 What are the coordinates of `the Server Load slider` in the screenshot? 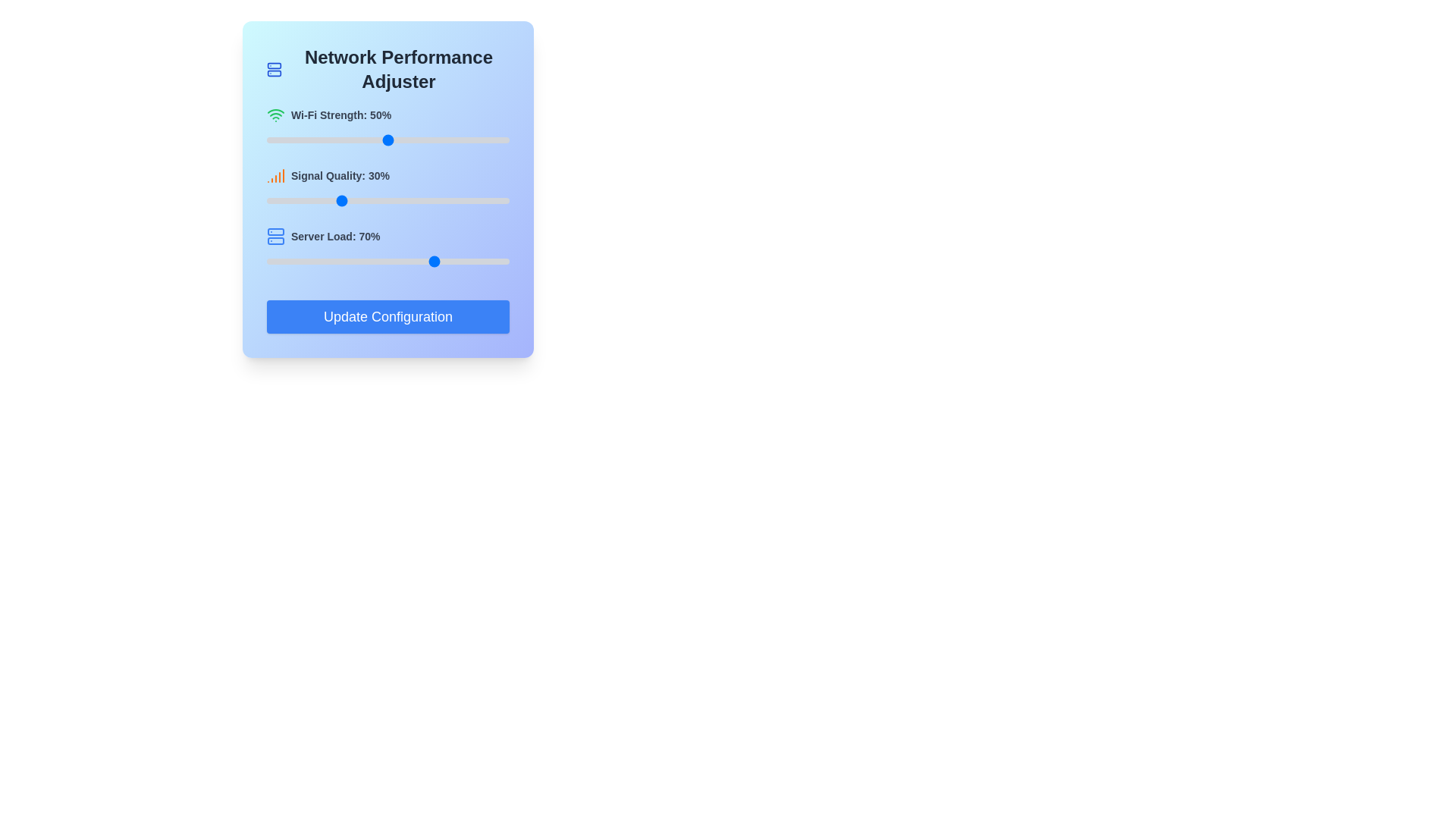 It's located at (341, 260).